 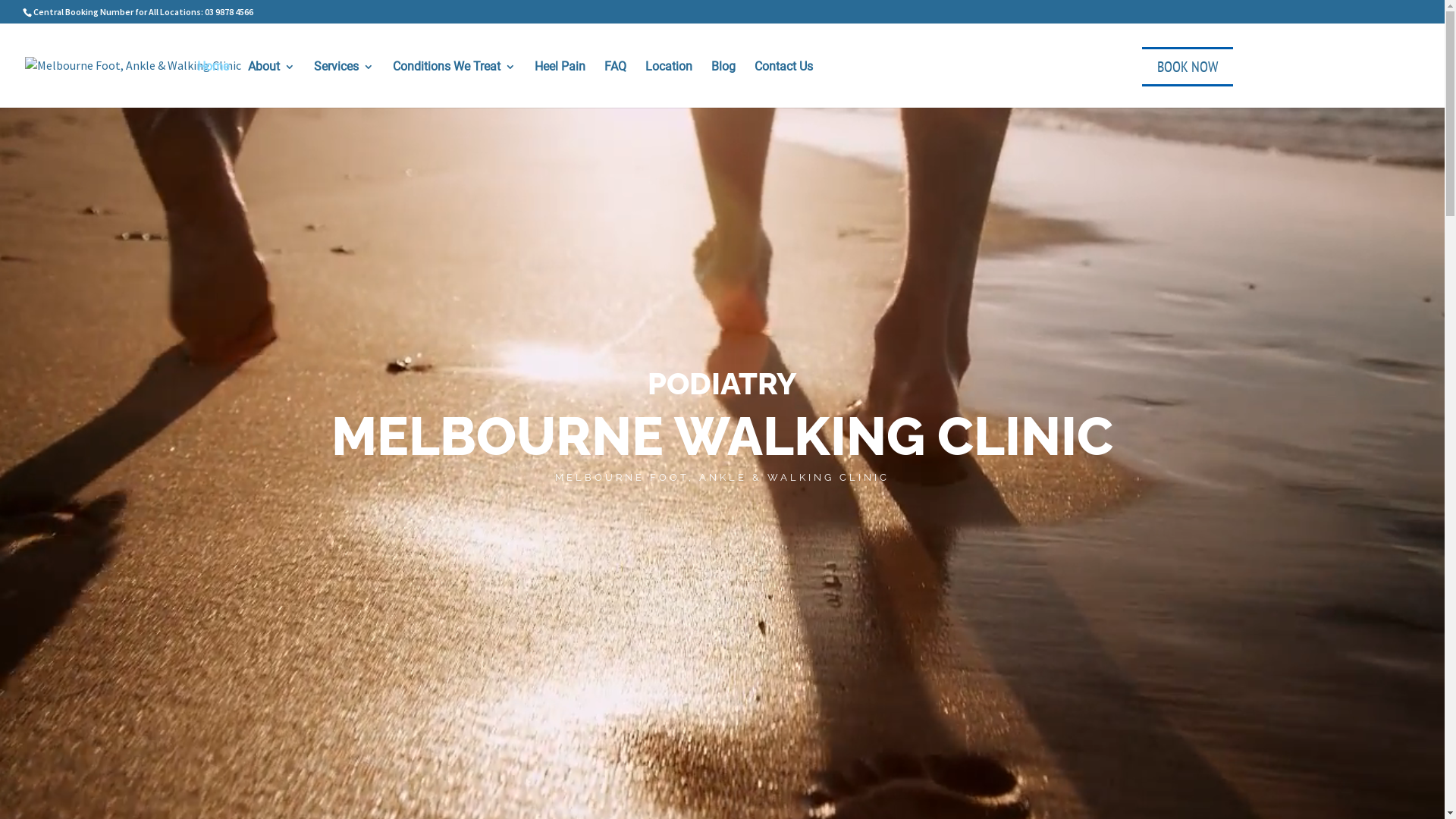 What do you see at coordinates (783, 82) in the screenshot?
I see `'Contact Us'` at bounding box center [783, 82].